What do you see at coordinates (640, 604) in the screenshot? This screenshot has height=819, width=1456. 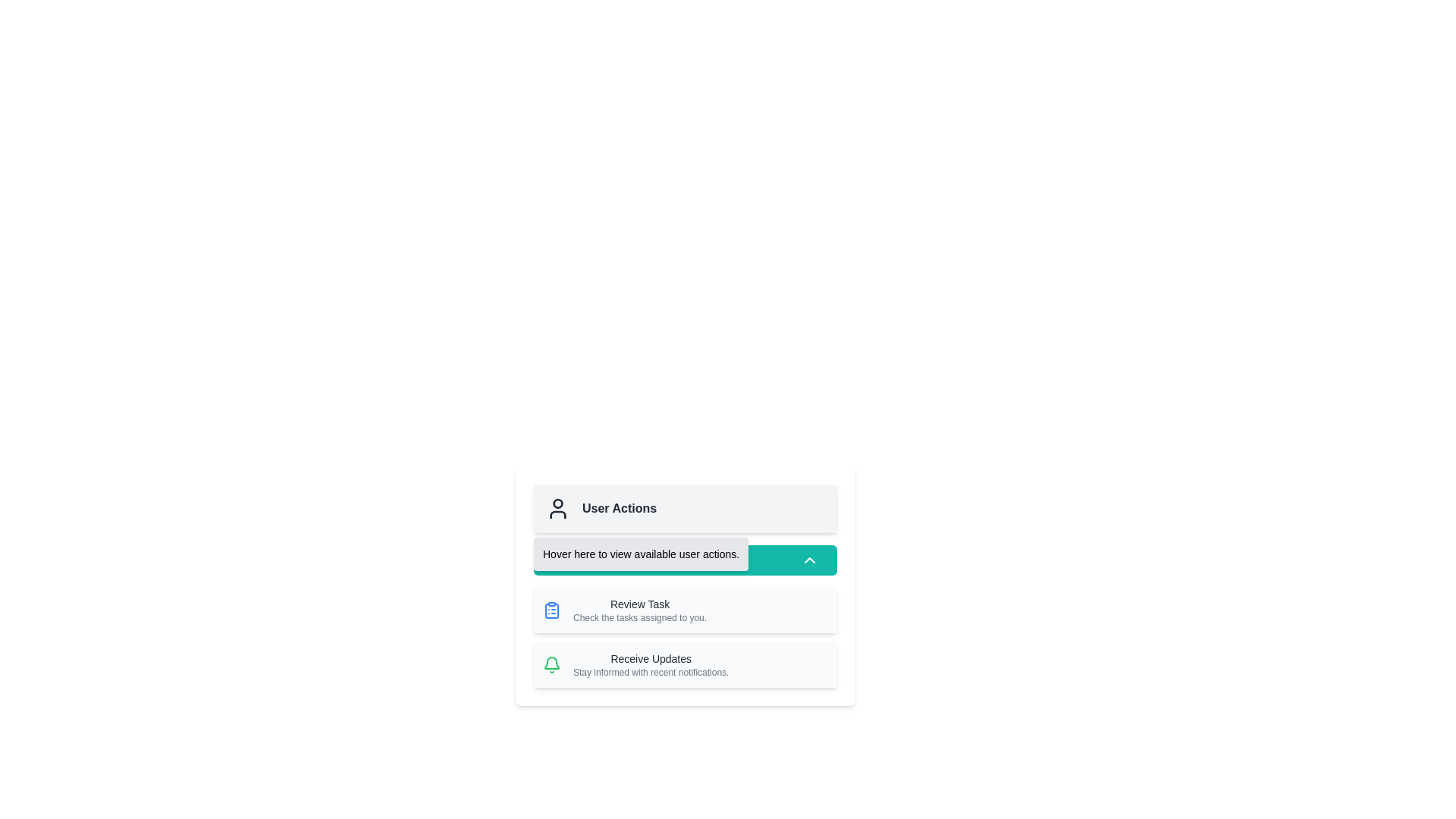 I see `the 'Review Task' text label, which is displayed in dark gray on a light background within the 'User Actions' area, positioned above 'Check the tasks assigned to you.'` at bounding box center [640, 604].